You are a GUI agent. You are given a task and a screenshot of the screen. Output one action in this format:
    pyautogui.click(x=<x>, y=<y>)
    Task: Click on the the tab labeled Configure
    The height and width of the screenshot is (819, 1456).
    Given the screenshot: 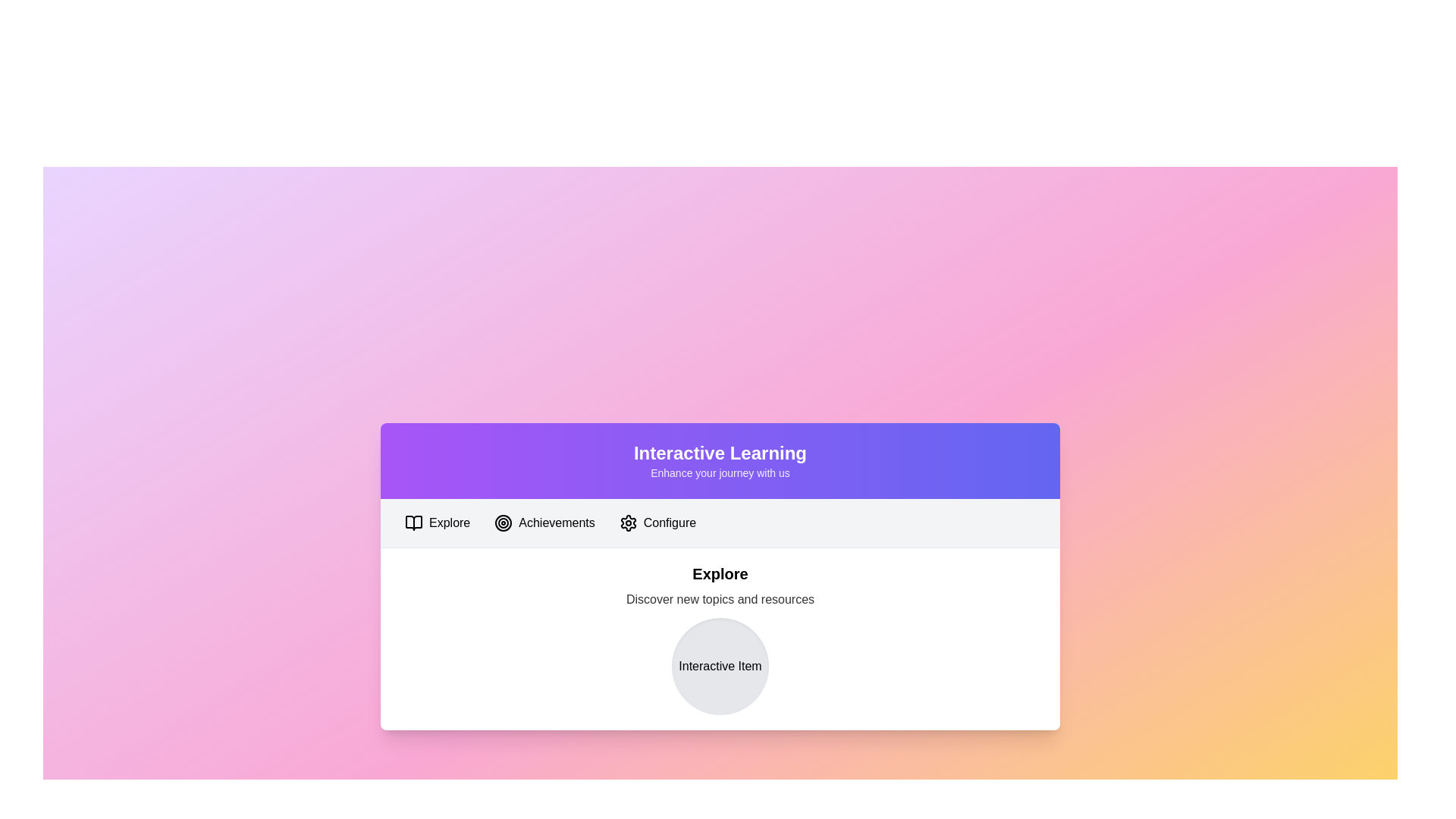 What is the action you would take?
    pyautogui.click(x=657, y=522)
    